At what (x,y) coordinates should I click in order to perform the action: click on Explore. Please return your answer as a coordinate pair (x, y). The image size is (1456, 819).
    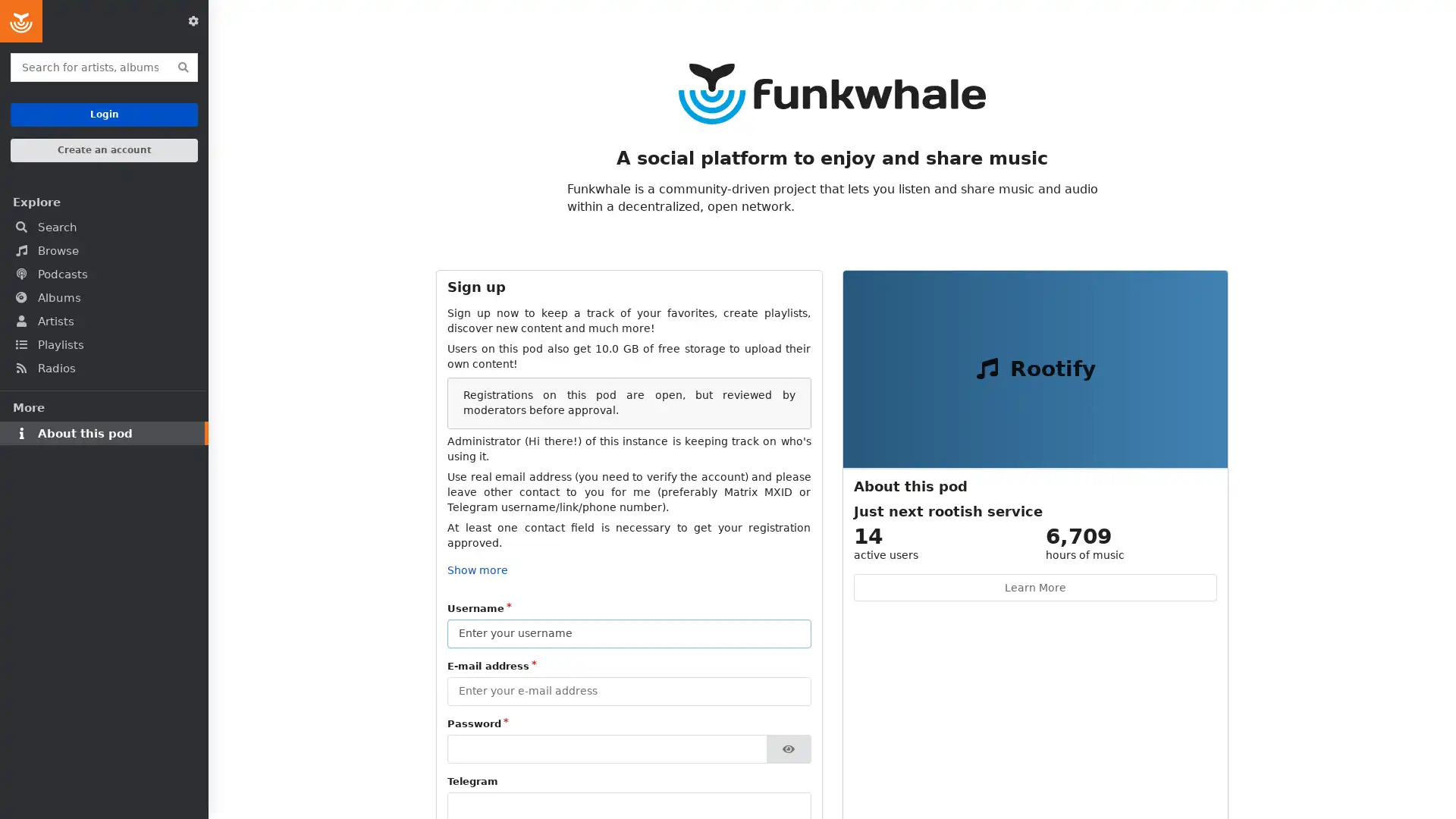
    Looking at the image, I should click on (103, 201).